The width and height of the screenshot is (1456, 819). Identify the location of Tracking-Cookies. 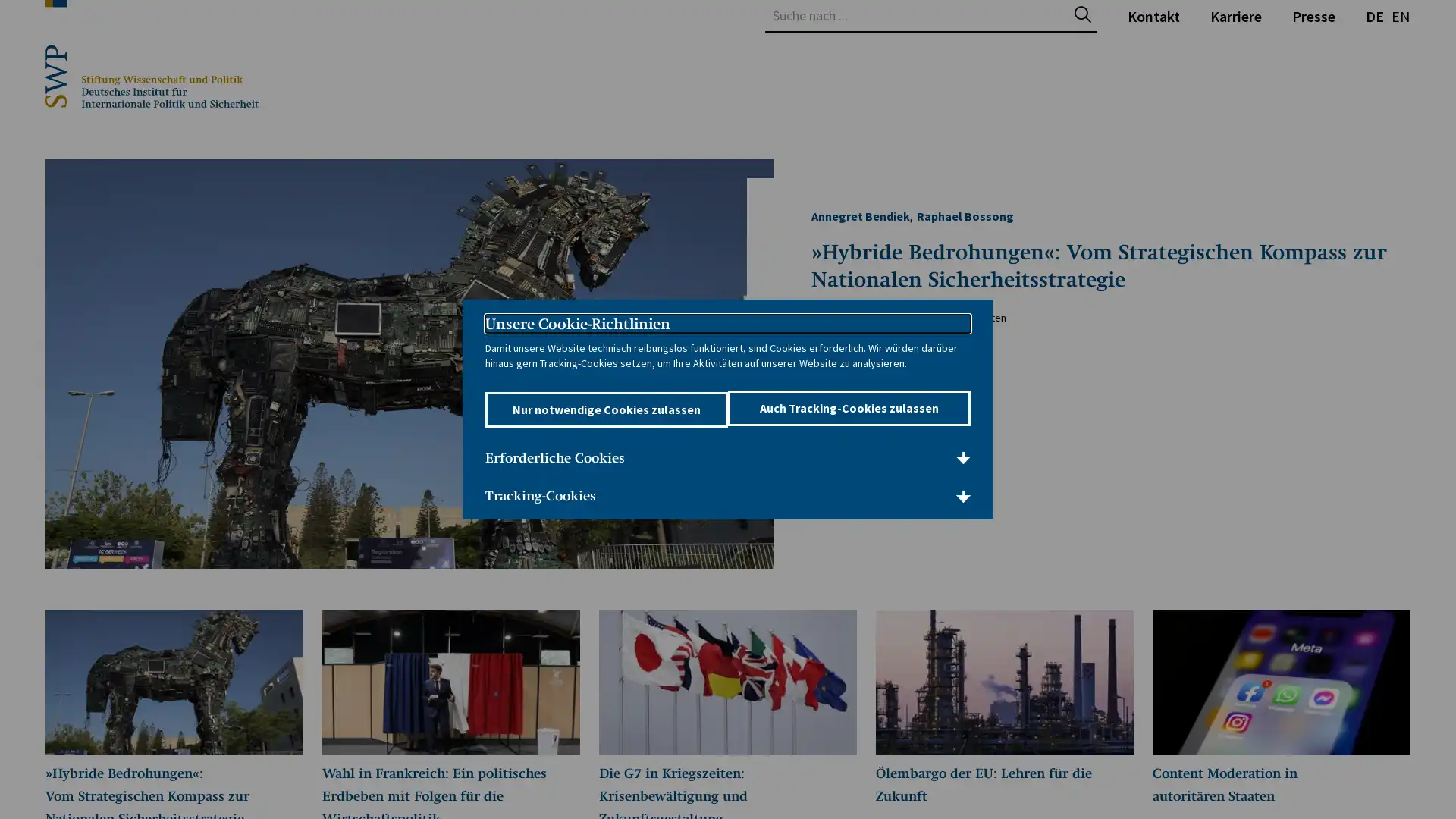
(728, 506).